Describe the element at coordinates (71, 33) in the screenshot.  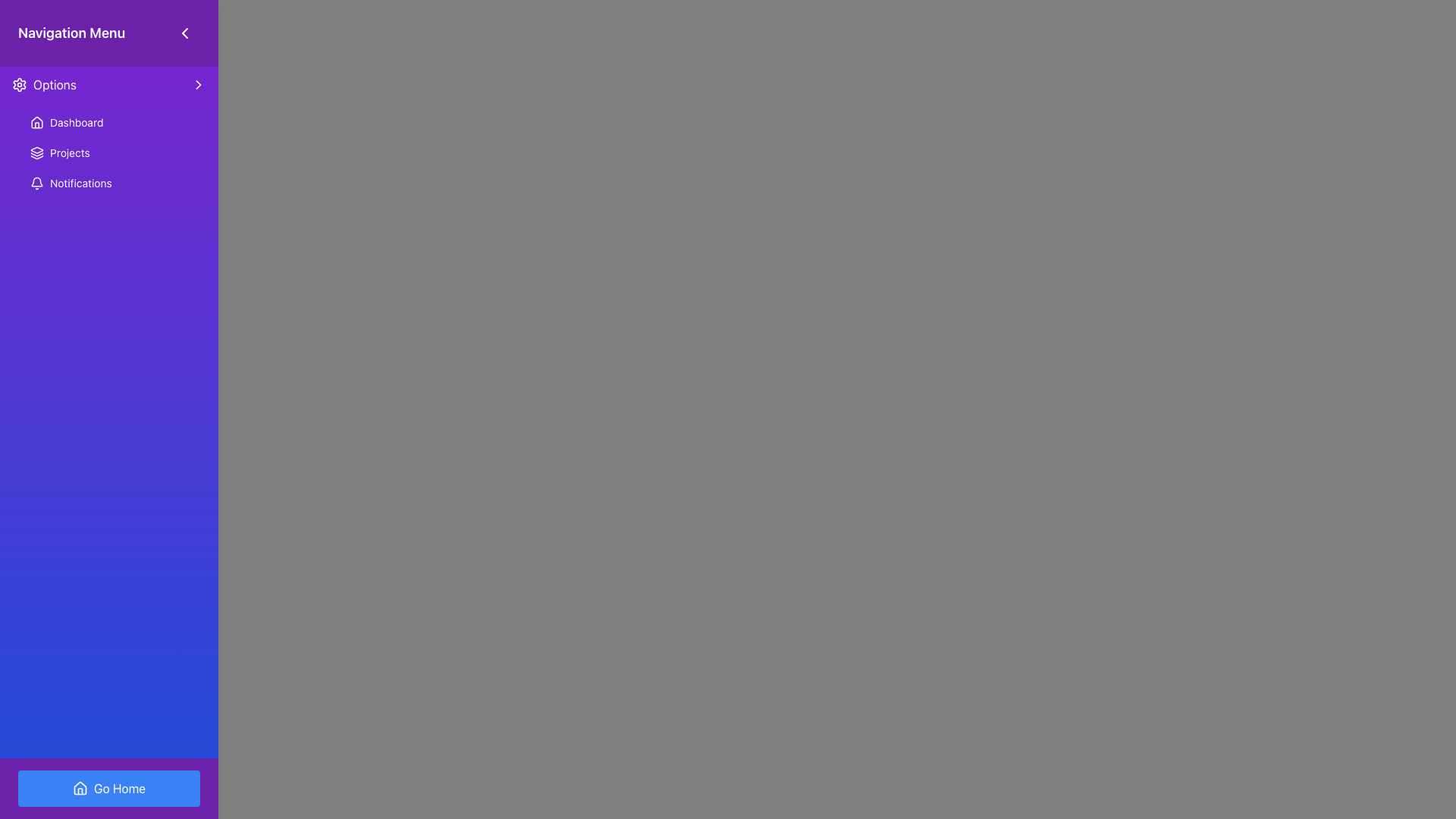
I see `the Static Text element that serves as the title for the navigation menu, located in the top-left corner of the interface` at that location.